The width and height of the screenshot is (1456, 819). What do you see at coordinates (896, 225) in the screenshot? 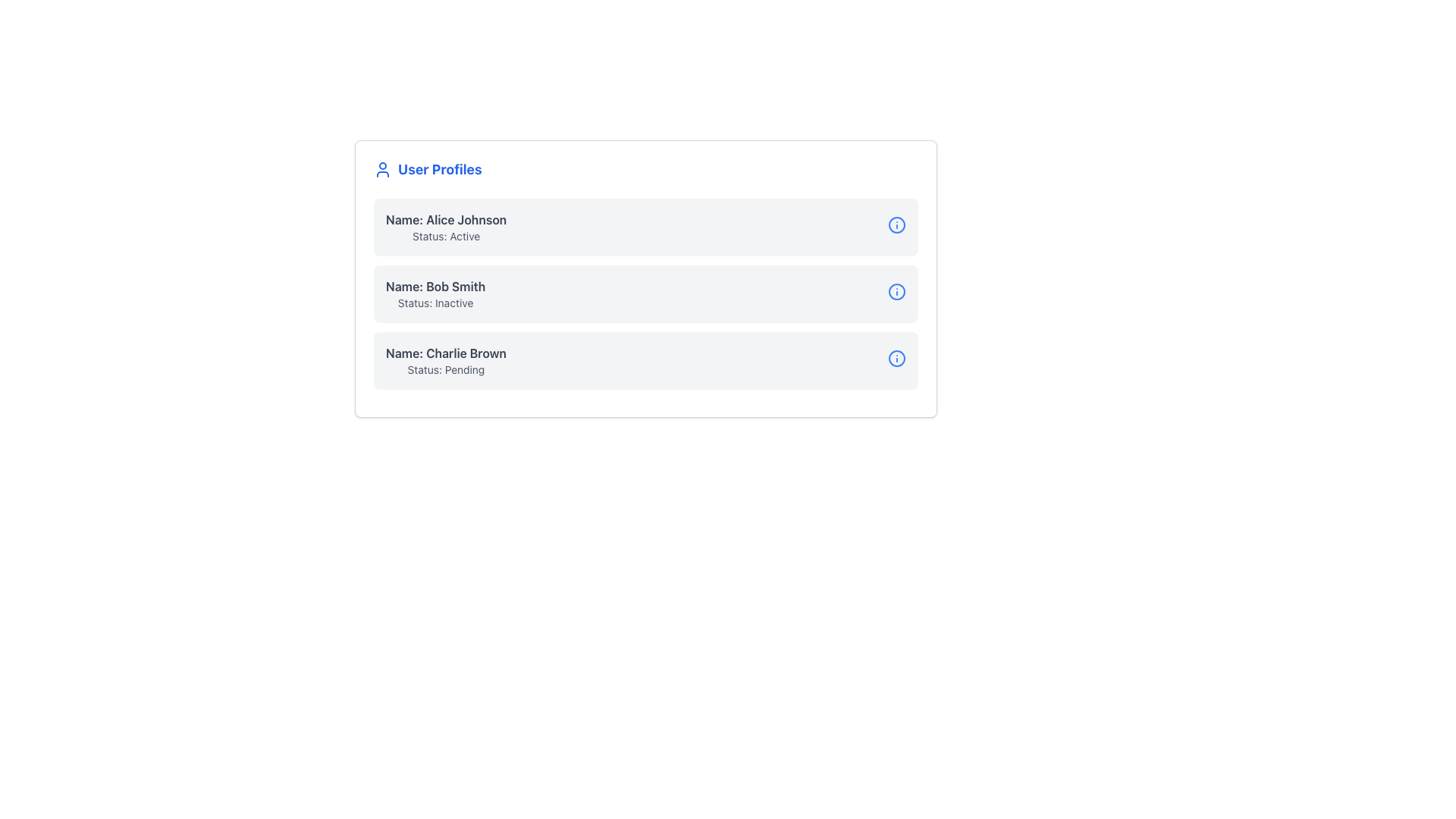
I see `the information icon located at the far-right of the item listing 'Name: Alice Johnson Status: Active'` at bounding box center [896, 225].